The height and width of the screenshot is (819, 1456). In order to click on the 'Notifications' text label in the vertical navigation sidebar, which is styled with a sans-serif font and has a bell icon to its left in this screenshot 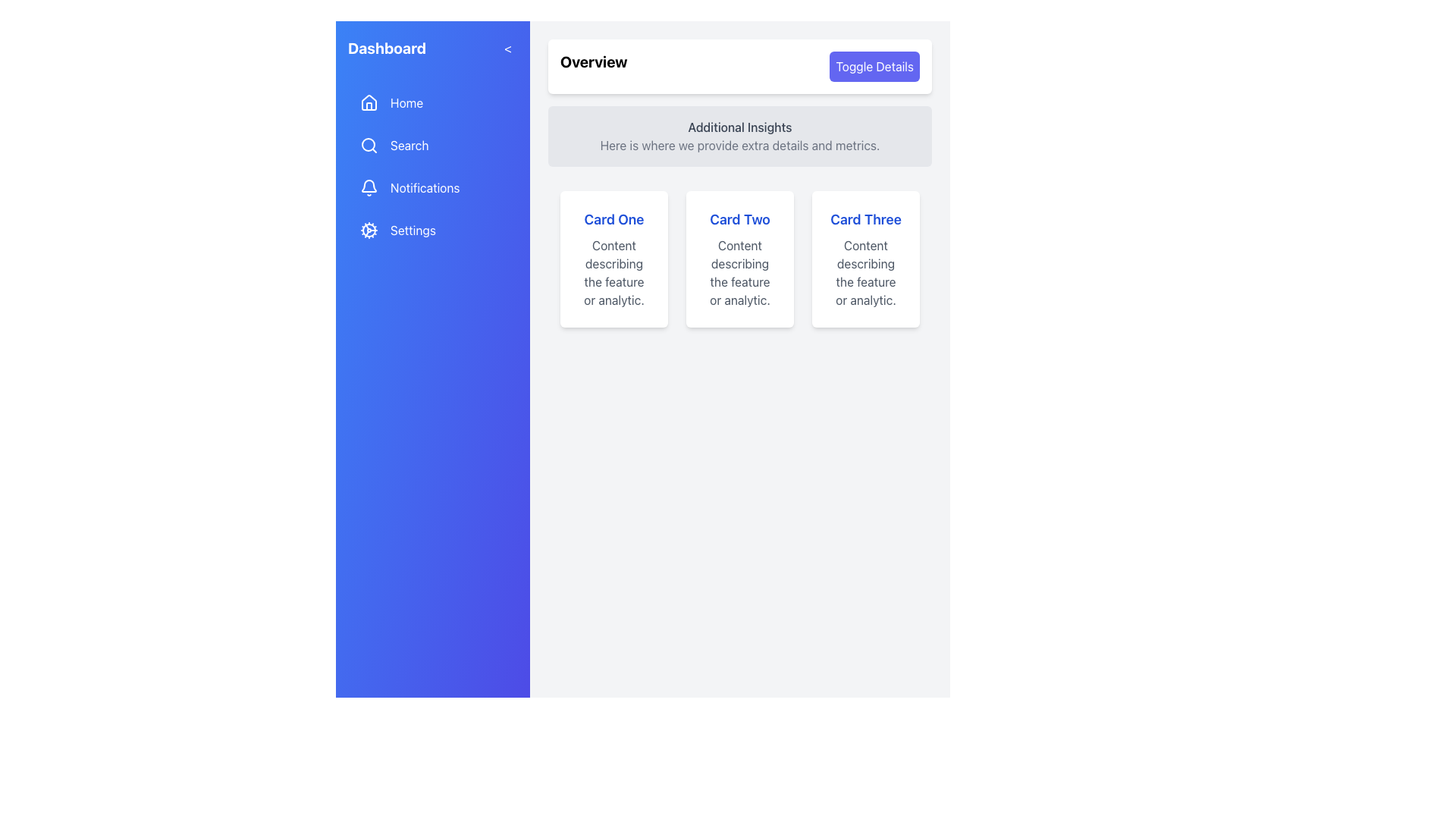, I will do `click(425, 187)`.